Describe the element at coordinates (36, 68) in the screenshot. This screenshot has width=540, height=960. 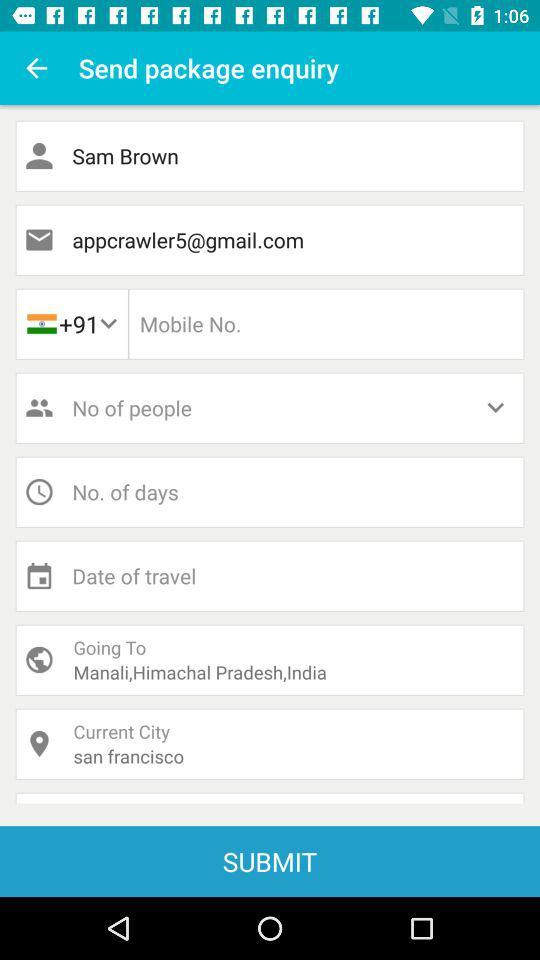
I see `go back` at that location.